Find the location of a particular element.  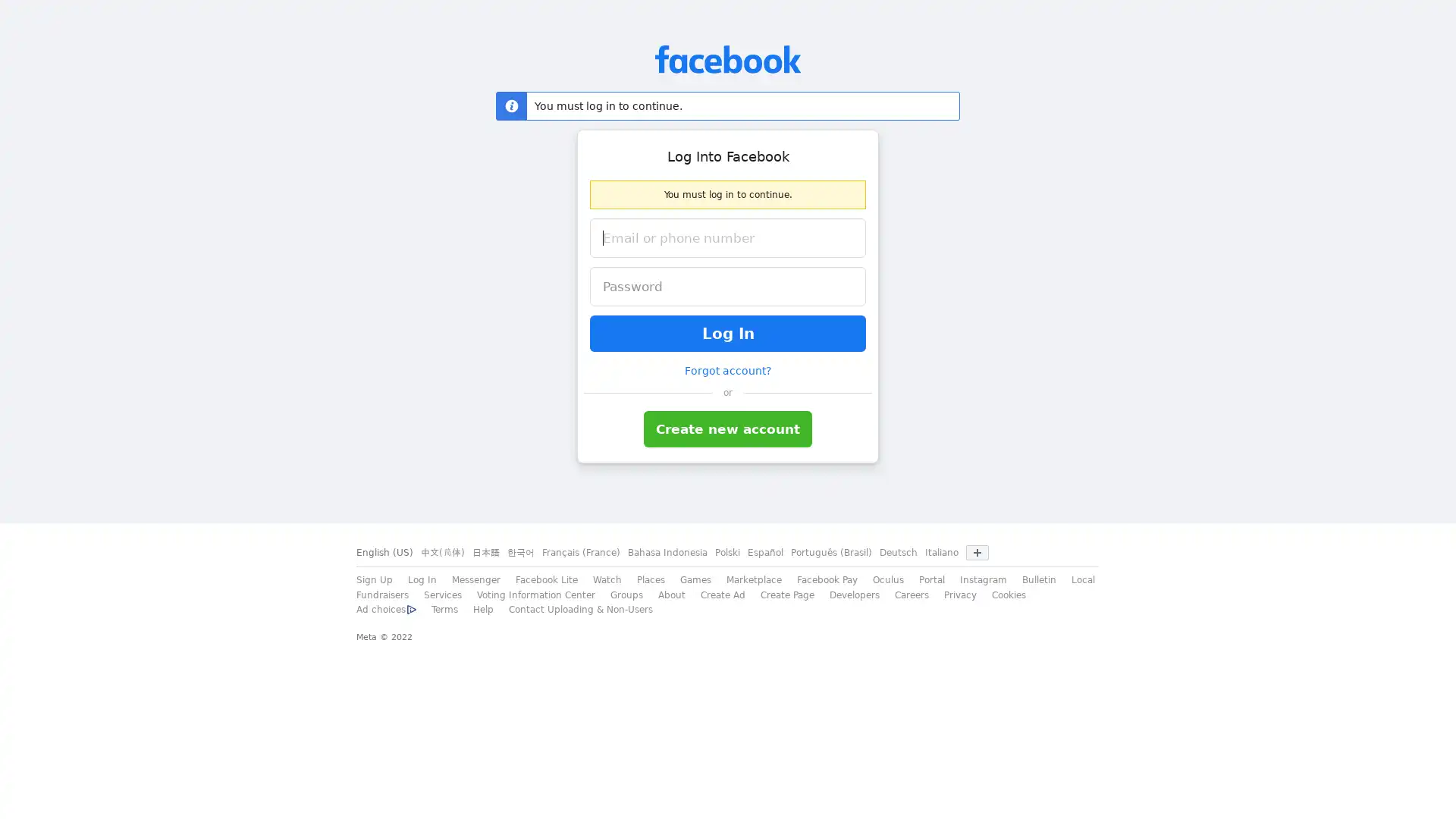

Show more languages is located at coordinates (977, 553).